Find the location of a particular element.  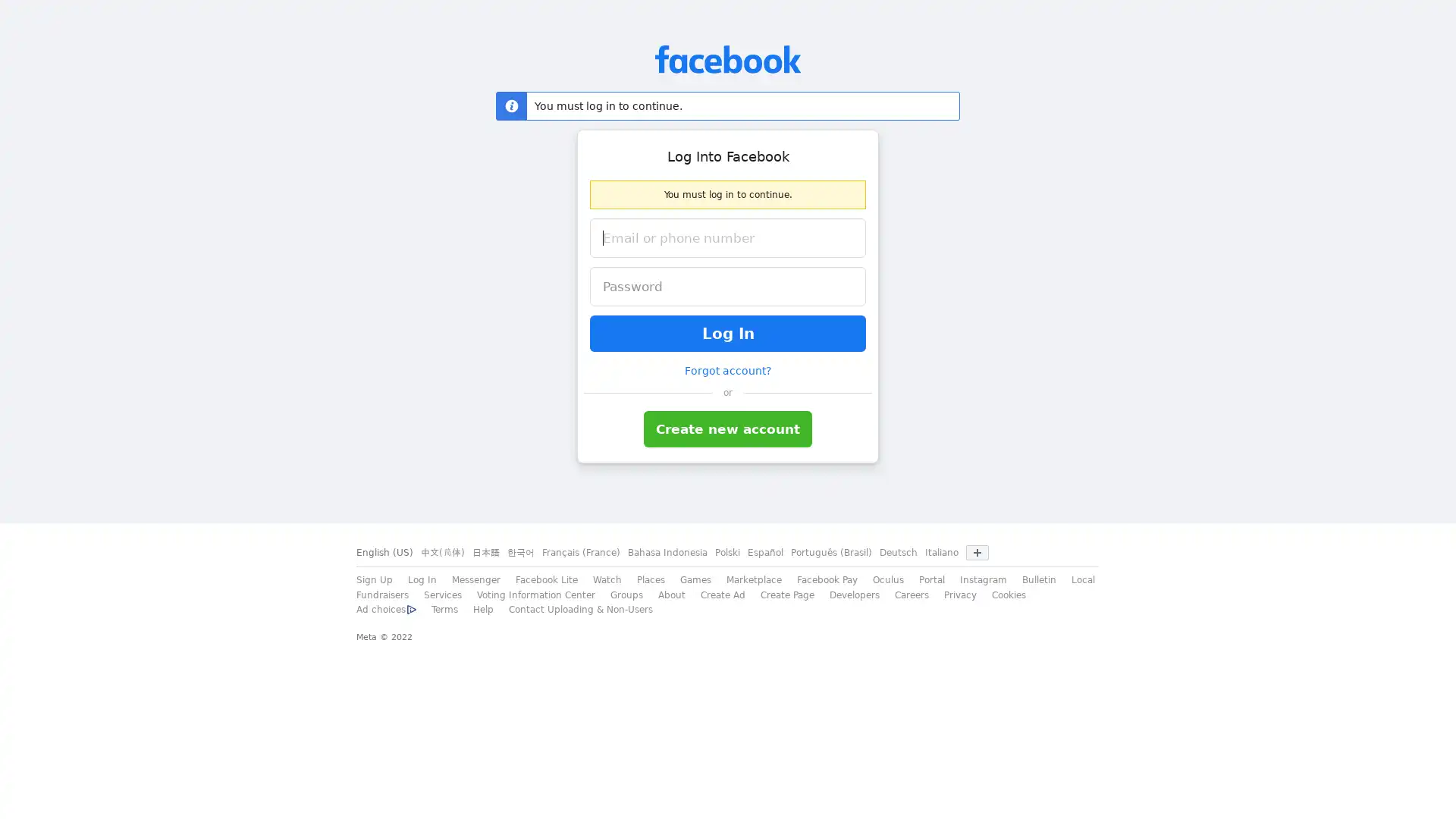

Show more languages is located at coordinates (977, 553).